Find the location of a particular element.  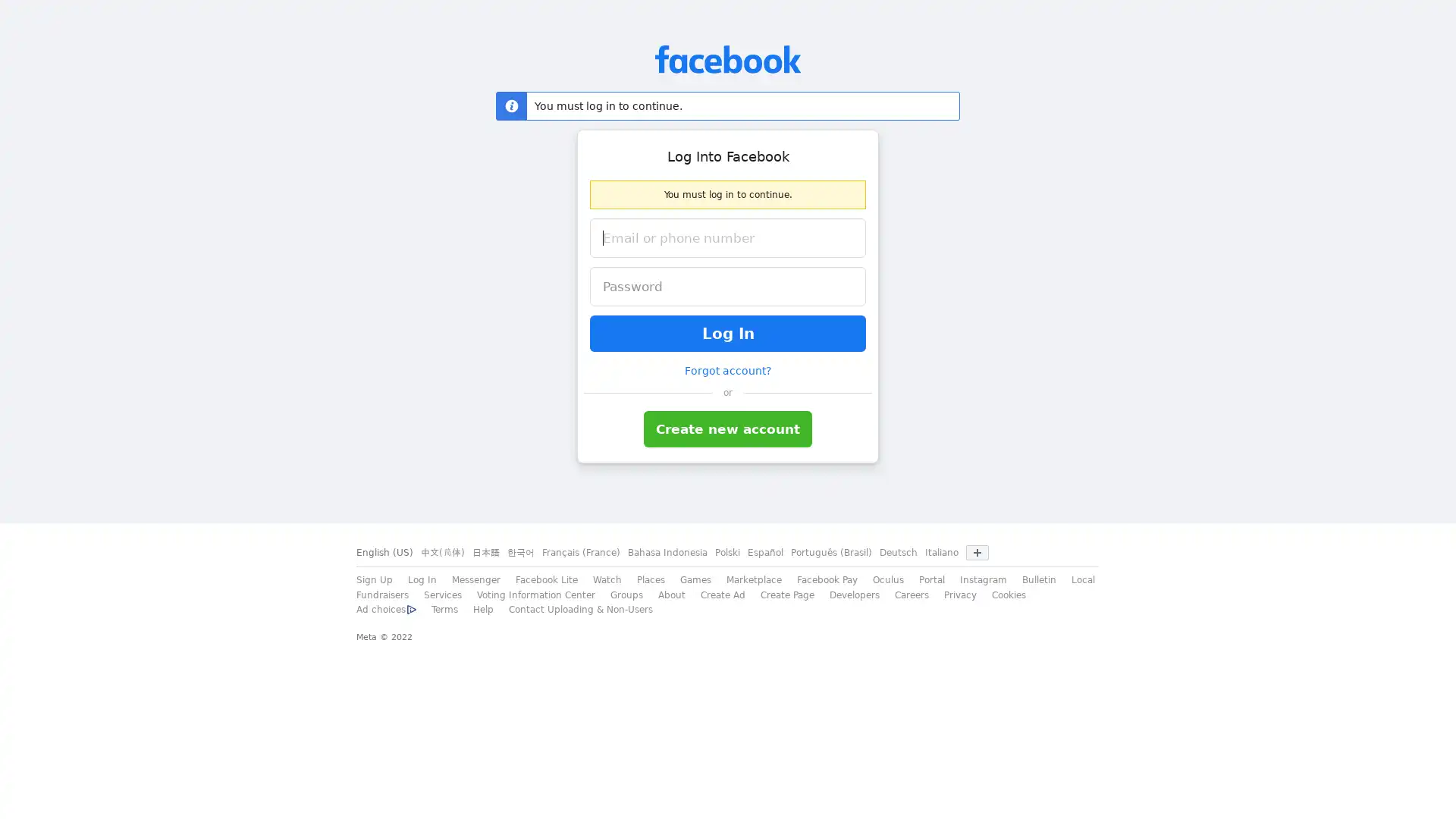

Show more languages is located at coordinates (977, 553).